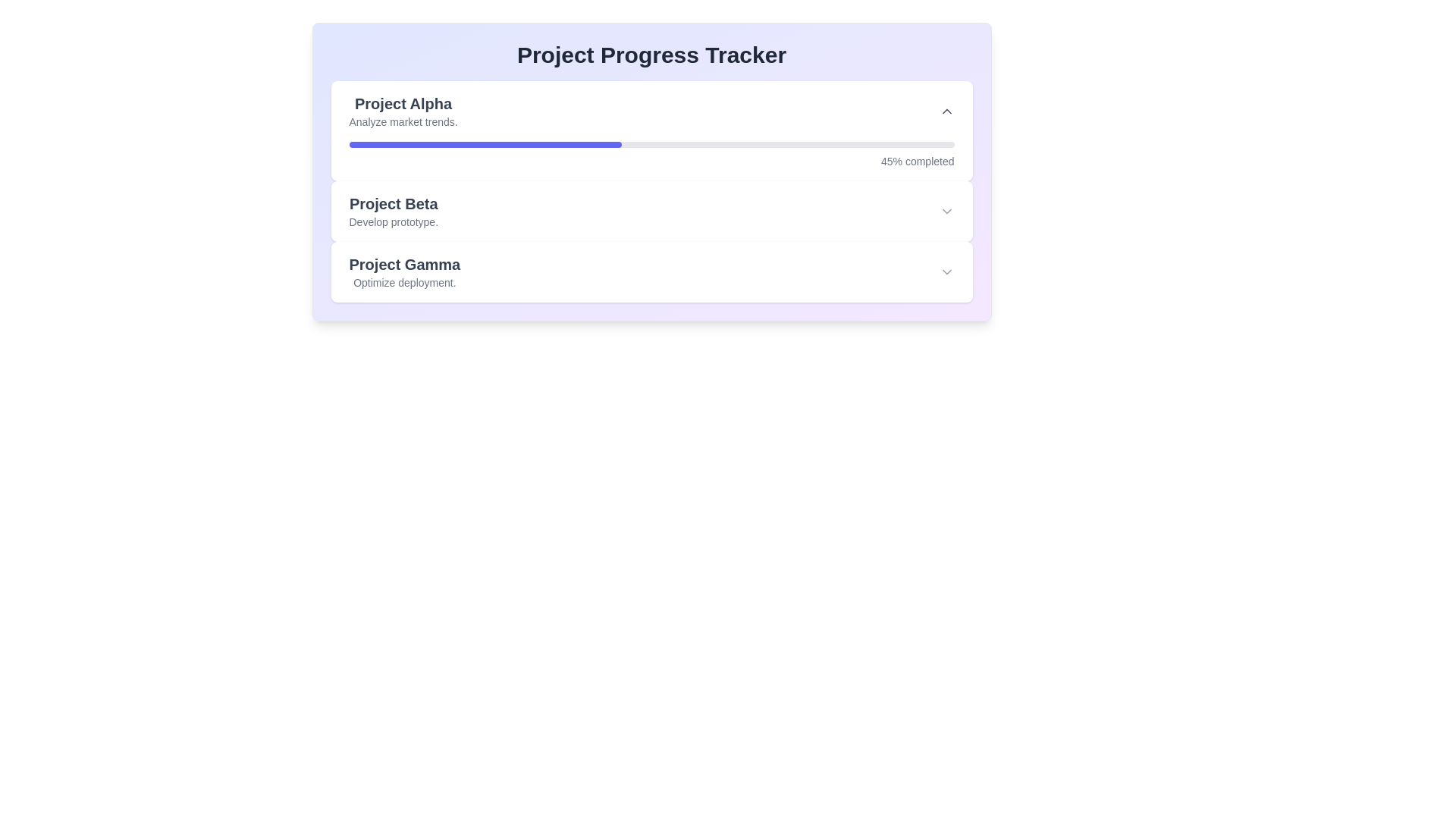  What do you see at coordinates (394, 211) in the screenshot?
I see `the label that serves as a descriptive header for the second project task in the 'Project Progress Tracker', located between 'Project Alpha' and 'Project Gamma'` at bounding box center [394, 211].